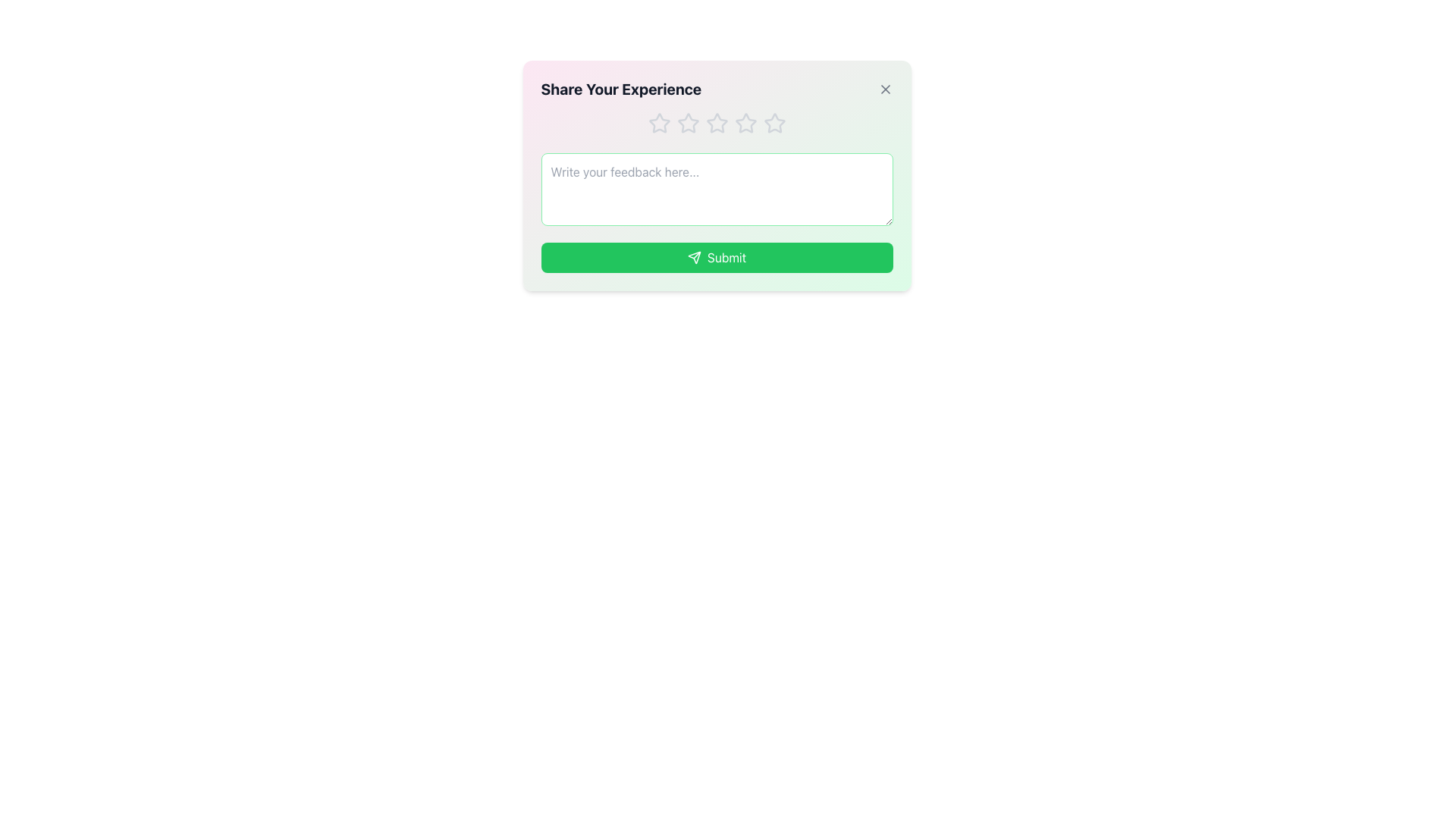 This screenshot has height=819, width=1456. Describe the element at coordinates (774, 122) in the screenshot. I see `the fifth star-shaped rating icon, which is light gray with a thin outline` at that location.